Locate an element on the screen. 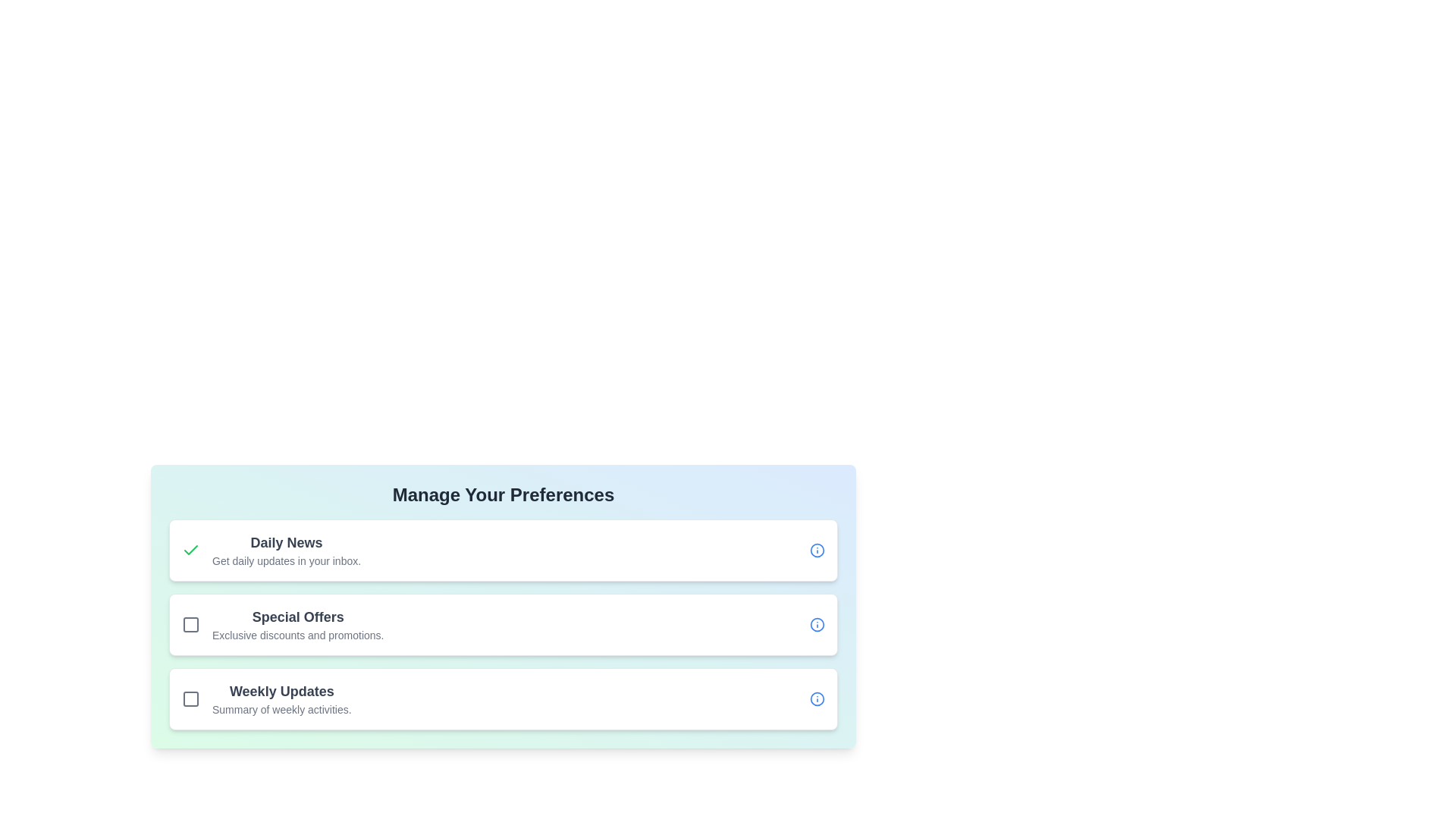  the first Card element in the preferences list titled 'Manage Your Preferences', which allows users to manage their subscription or notification settings for daily news is located at coordinates (503, 625).